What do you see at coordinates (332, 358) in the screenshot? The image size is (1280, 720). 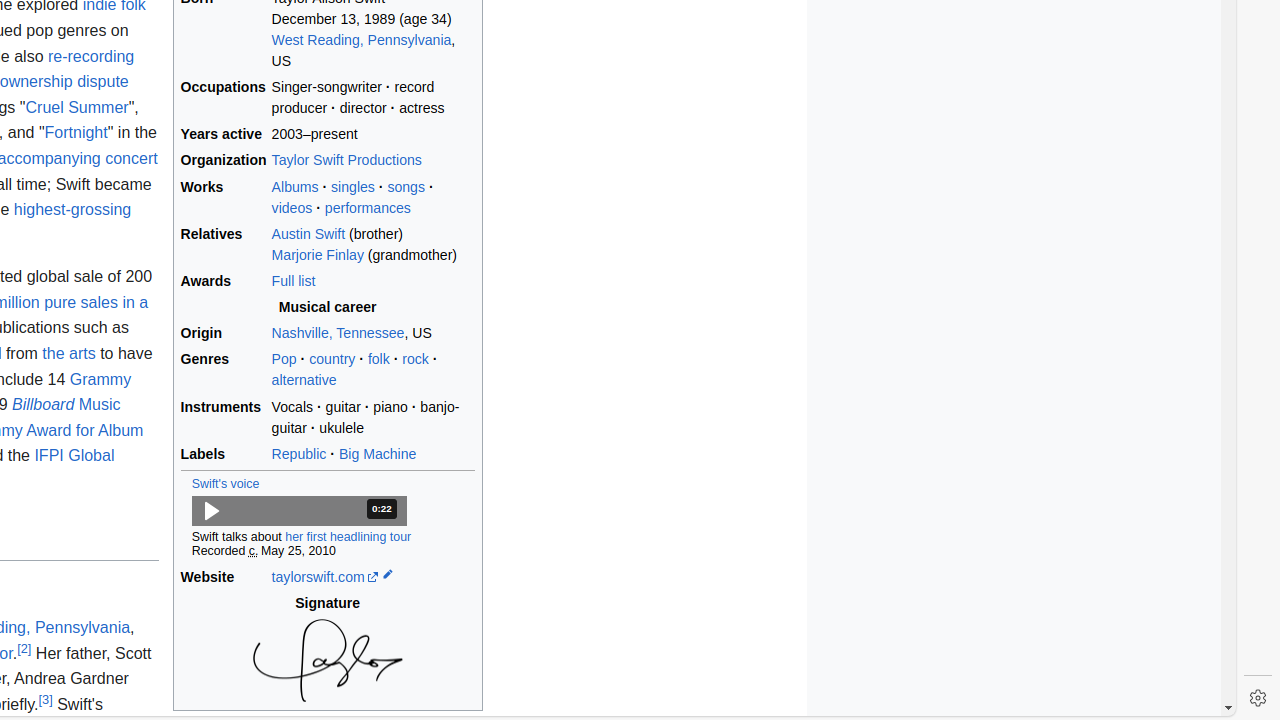 I see `'country'` at bounding box center [332, 358].